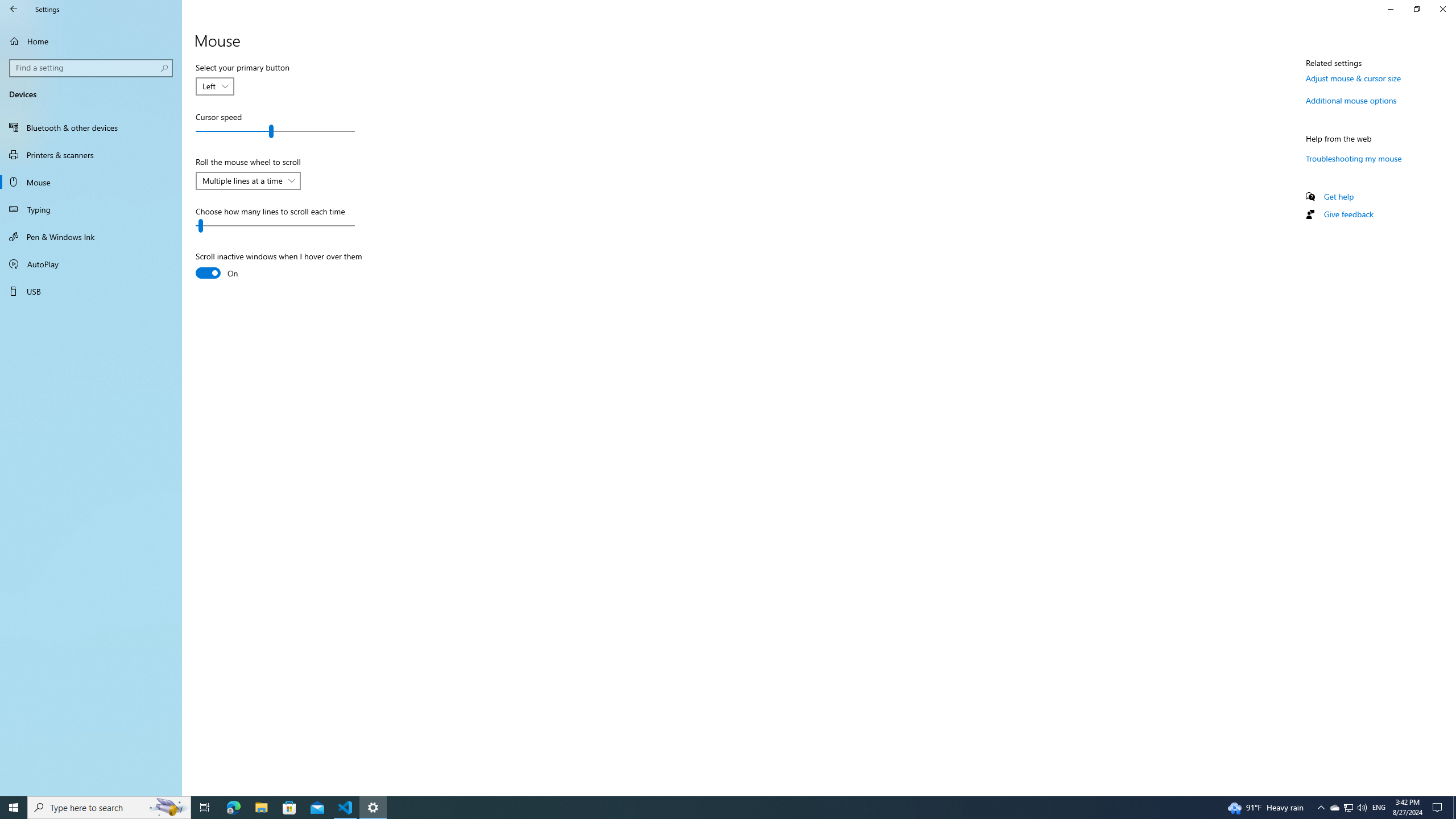  Describe the element at coordinates (90, 263) in the screenshot. I see `'AutoPlay'` at that location.